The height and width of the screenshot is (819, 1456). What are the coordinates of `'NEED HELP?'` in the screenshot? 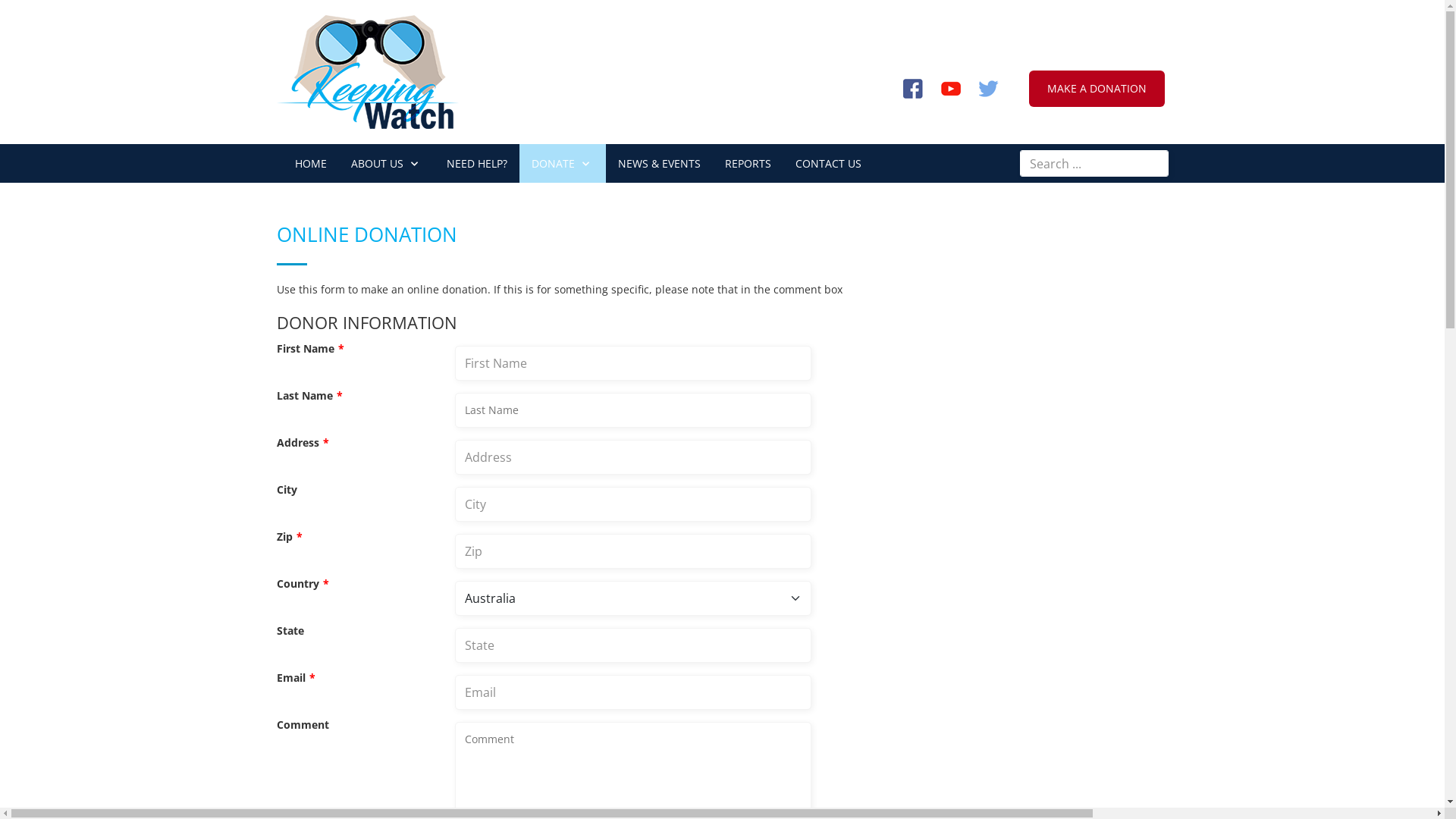 It's located at (432, 163).